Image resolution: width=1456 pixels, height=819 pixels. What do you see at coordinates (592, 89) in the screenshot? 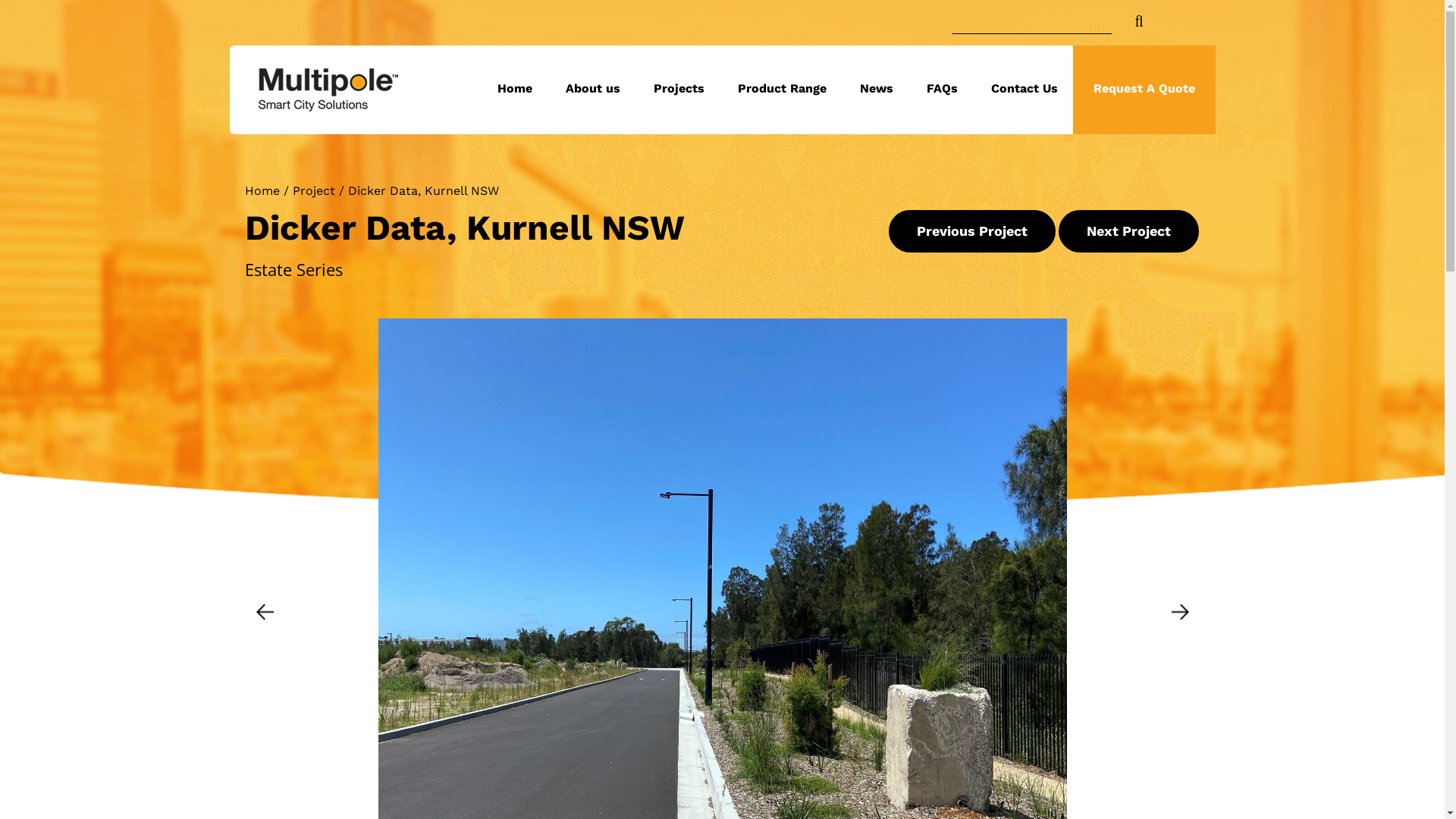
I see `'About us'` at bounding box center [592, 89].